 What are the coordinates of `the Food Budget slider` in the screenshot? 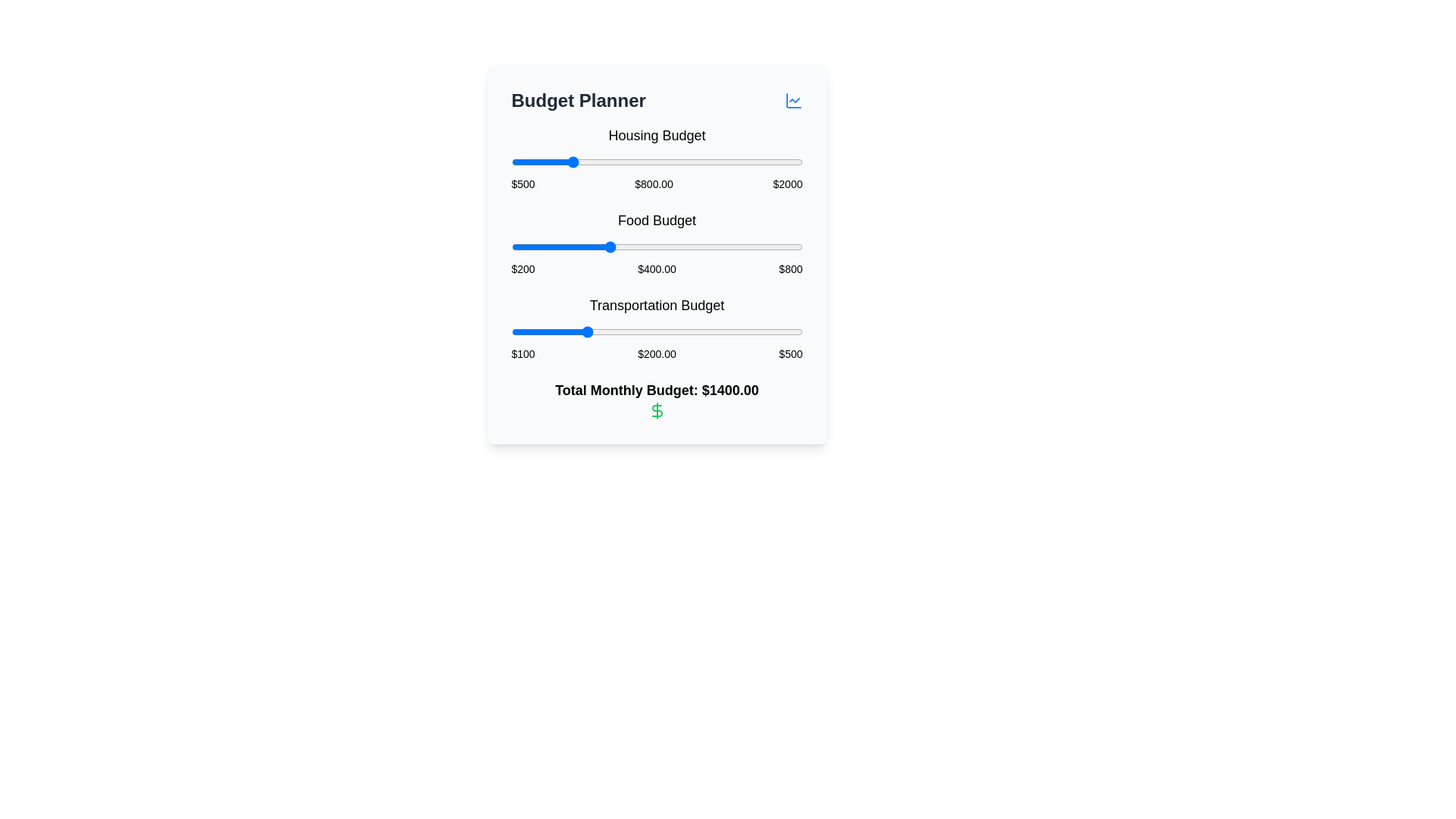 It's located at (536, 246).